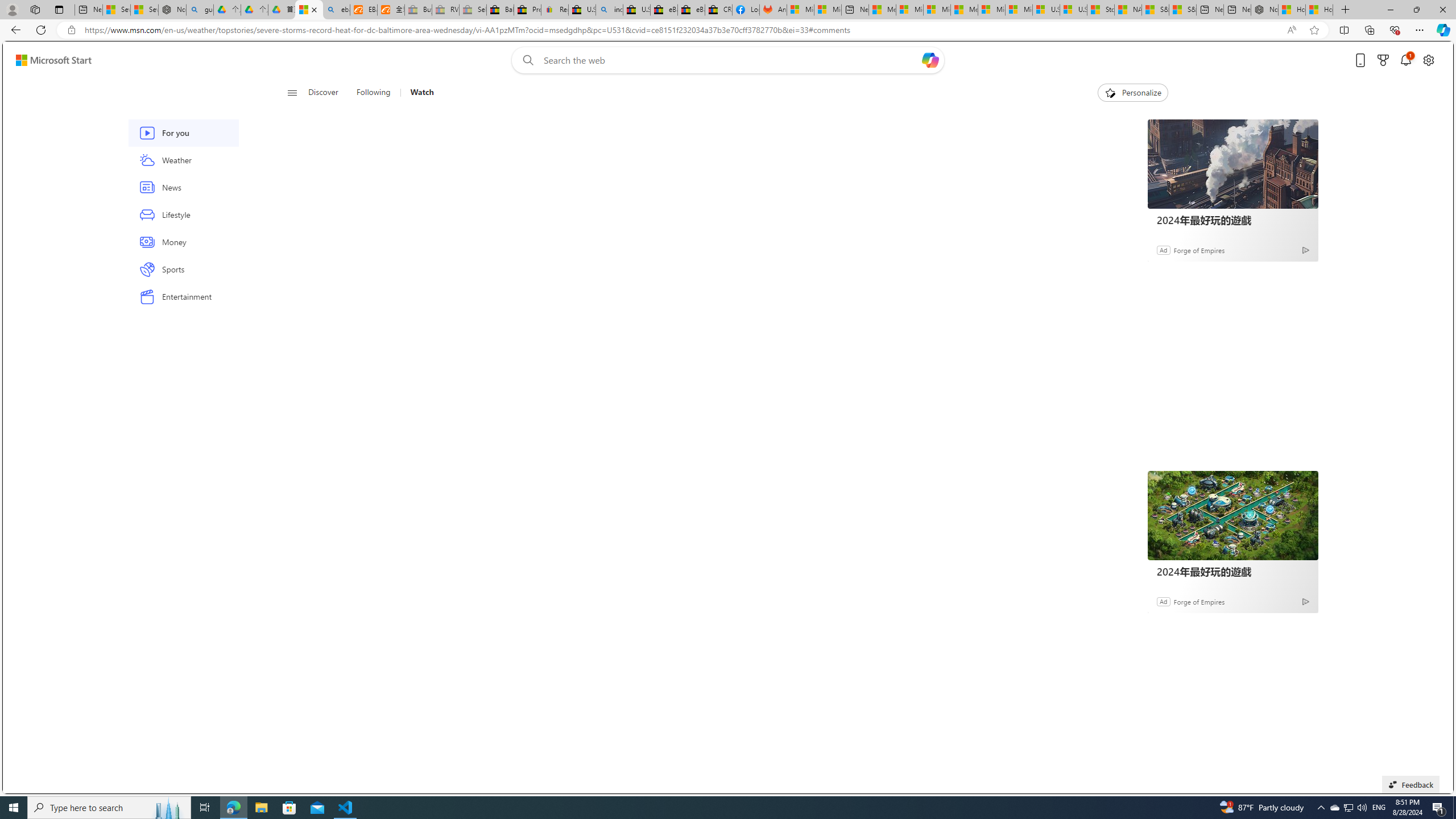 The width and height of the screenshot is (1456, 819). Describe the element at coordinates (1182, 9) in the screenshot. I see `'S&P 500, Nasdaq end lower, weighed by Nvidia dip | Watch'` at that location.